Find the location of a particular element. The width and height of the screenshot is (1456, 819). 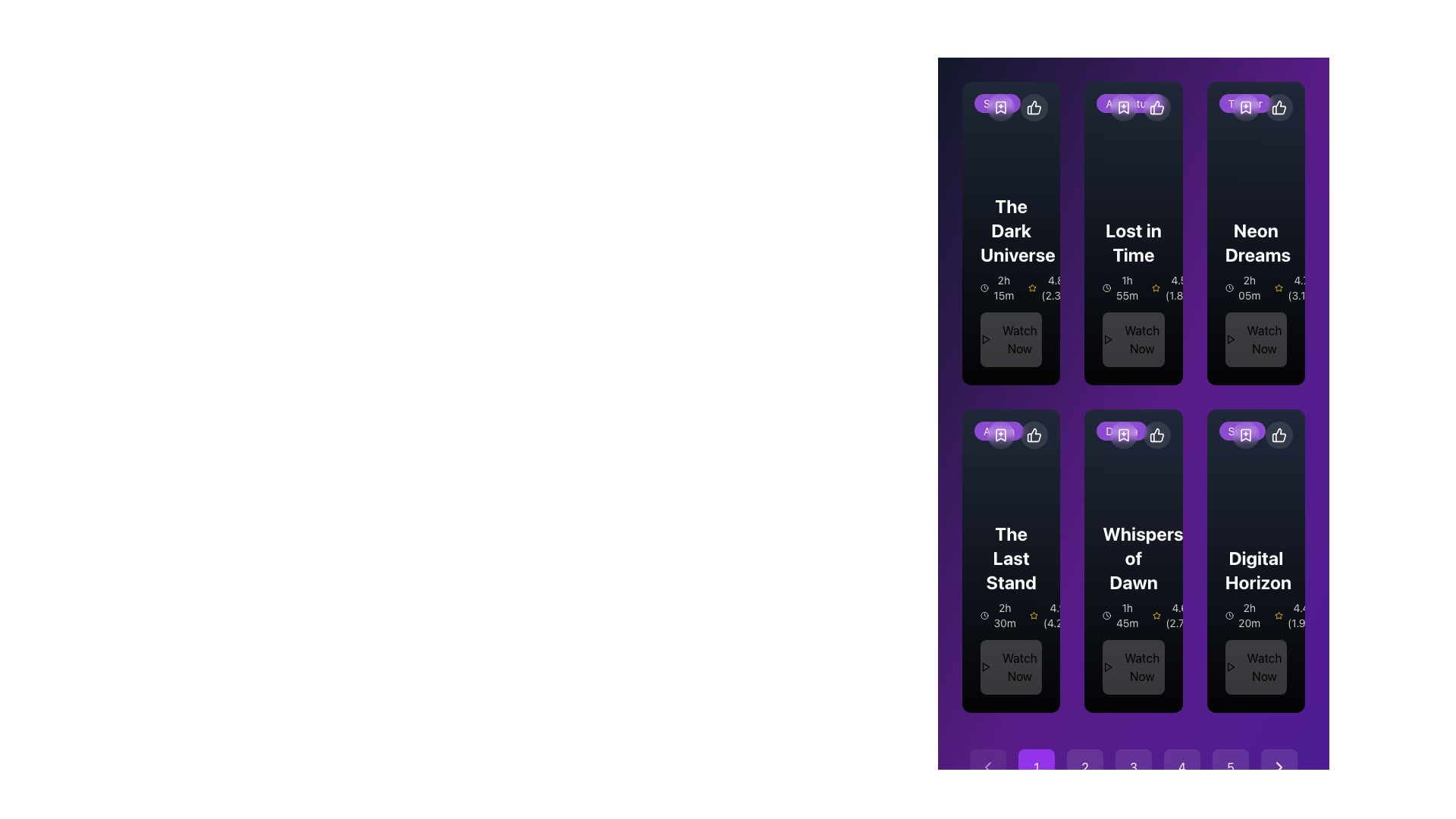

the star rating icon located in the upper section of the card, positioned to the left of the numeric rating text indicating a score of 4.8 is located at coordinates (1031, 288).